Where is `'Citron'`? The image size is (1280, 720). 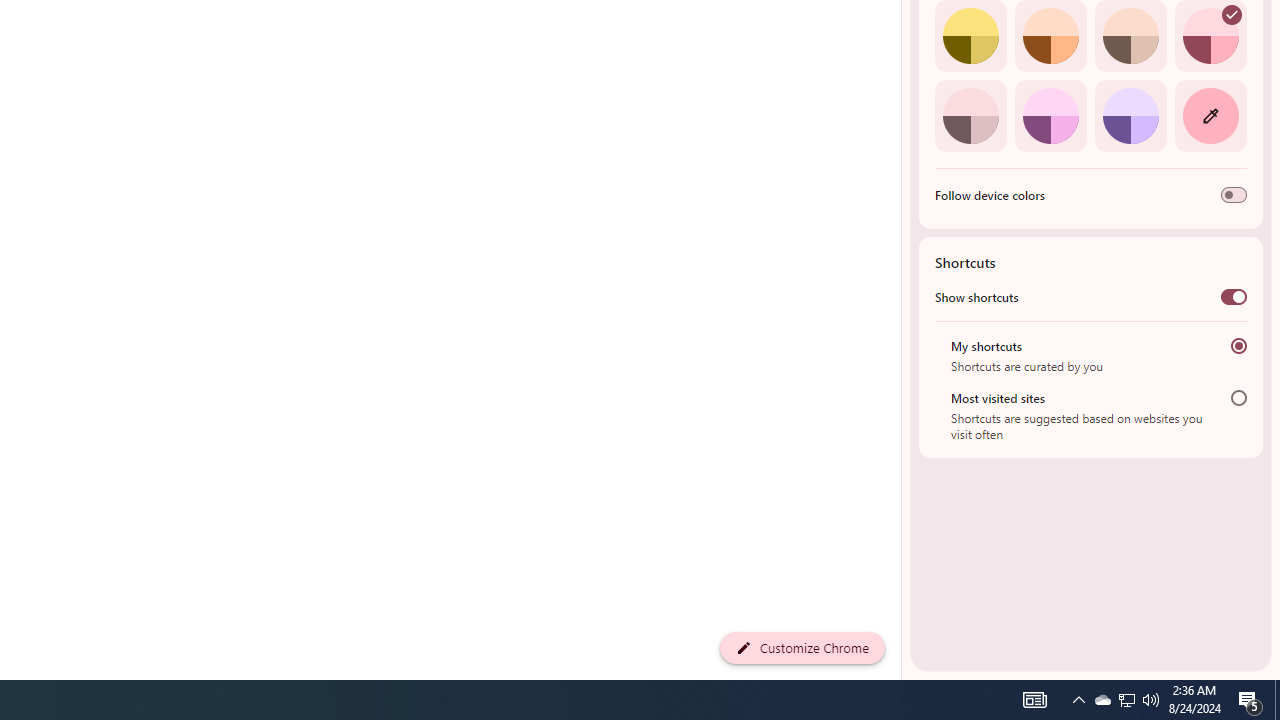 'Citron' is located at coordinates (970, 36).